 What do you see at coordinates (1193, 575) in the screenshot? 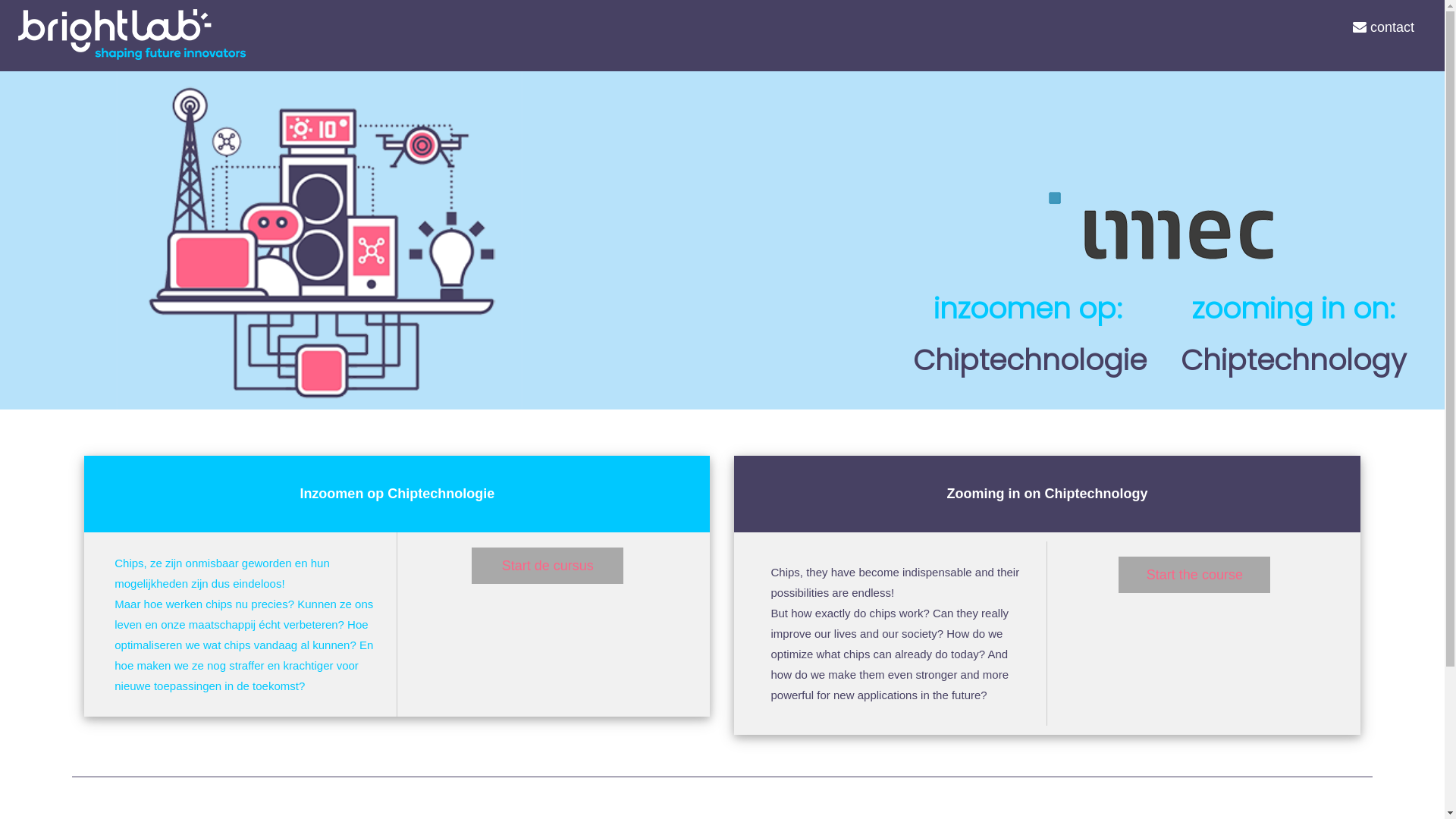
I see `'Start the course'` at bounding box center [1193, 575].